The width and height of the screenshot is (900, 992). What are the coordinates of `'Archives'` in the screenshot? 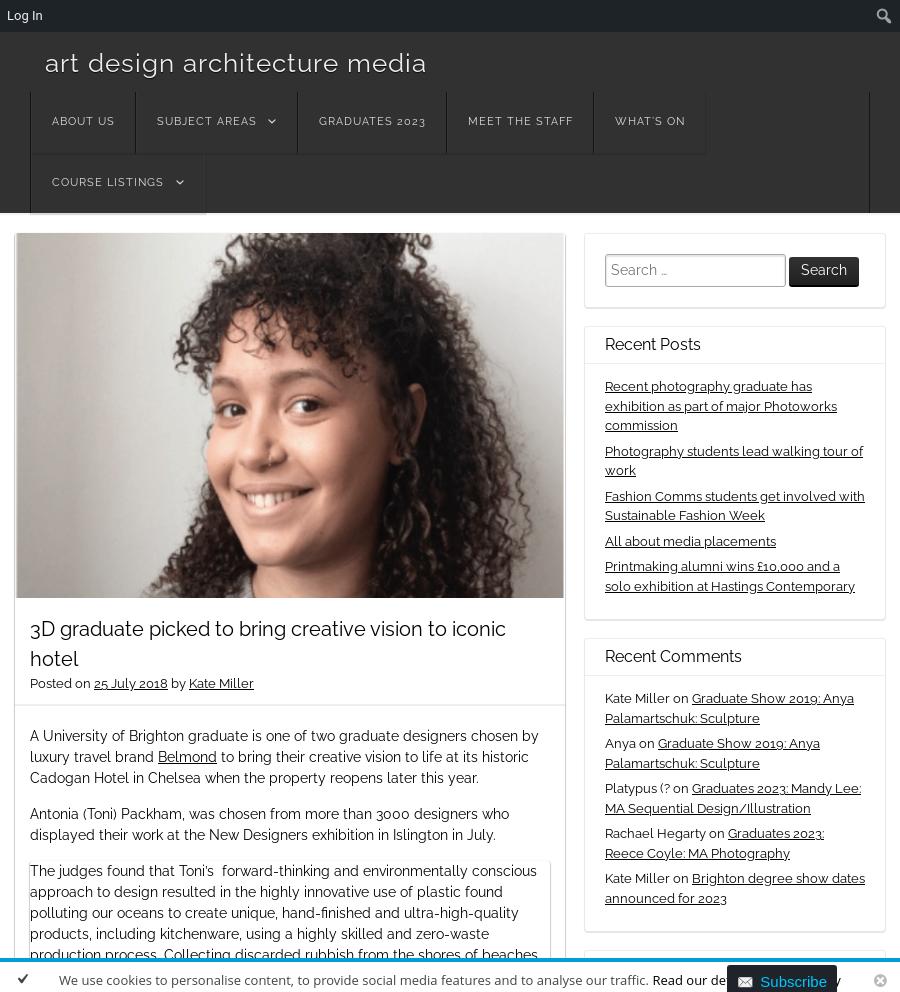 It's located at (637, 968).